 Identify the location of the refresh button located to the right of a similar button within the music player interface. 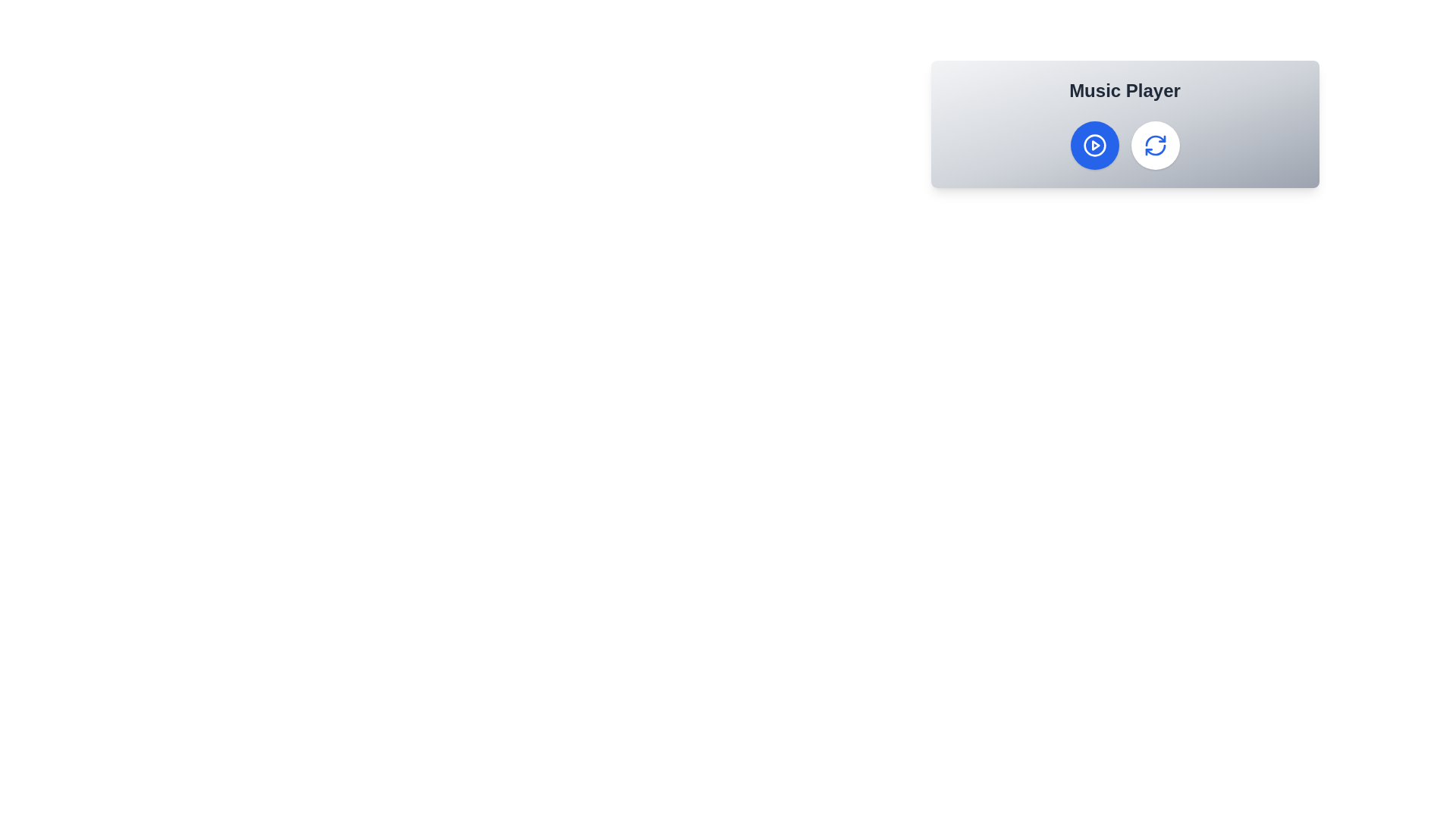
(1154, 146).